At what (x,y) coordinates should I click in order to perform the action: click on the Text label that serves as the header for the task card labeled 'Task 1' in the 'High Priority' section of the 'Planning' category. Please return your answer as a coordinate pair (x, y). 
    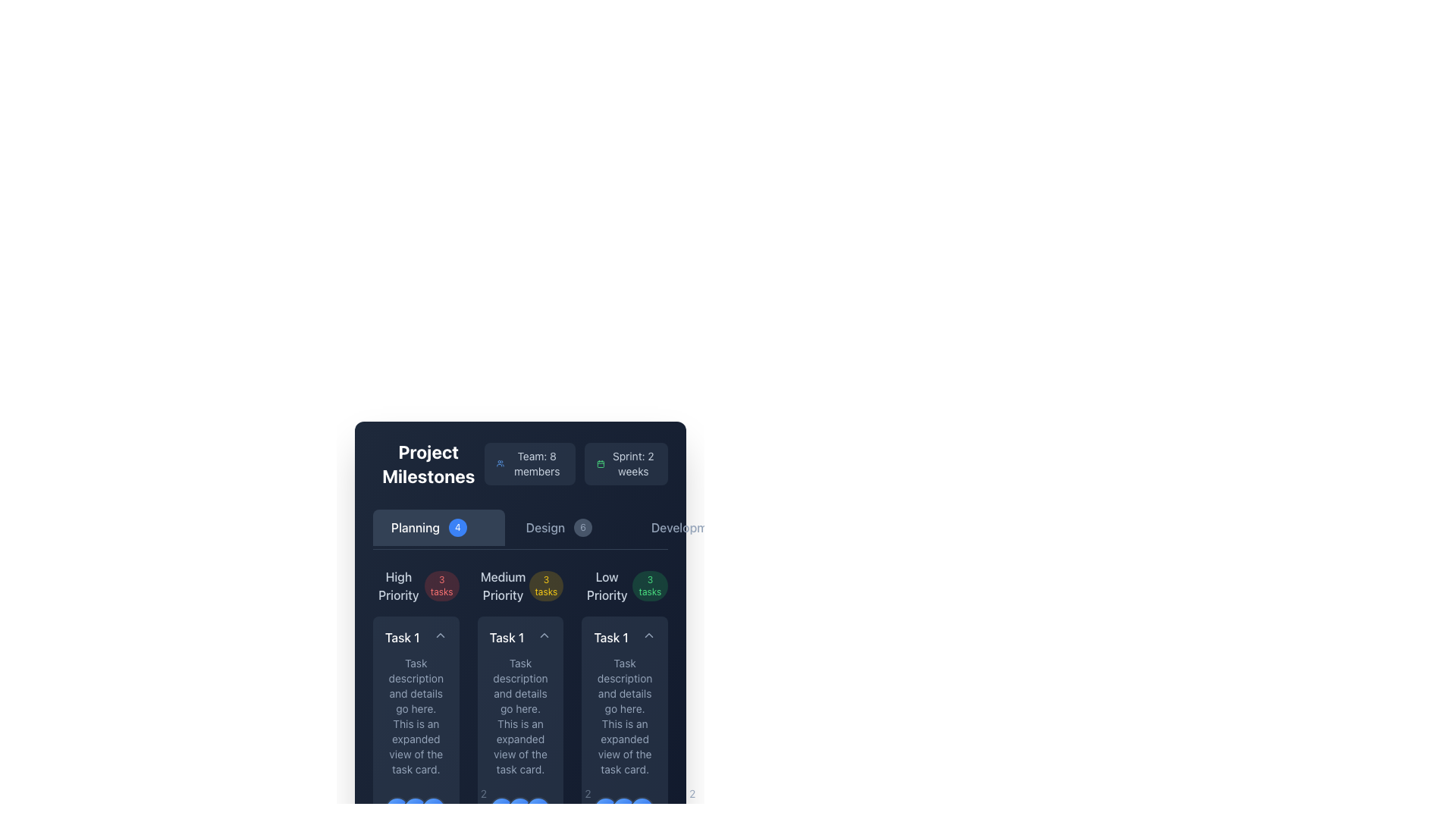
    Looking at the image, I should click on (416, 637).